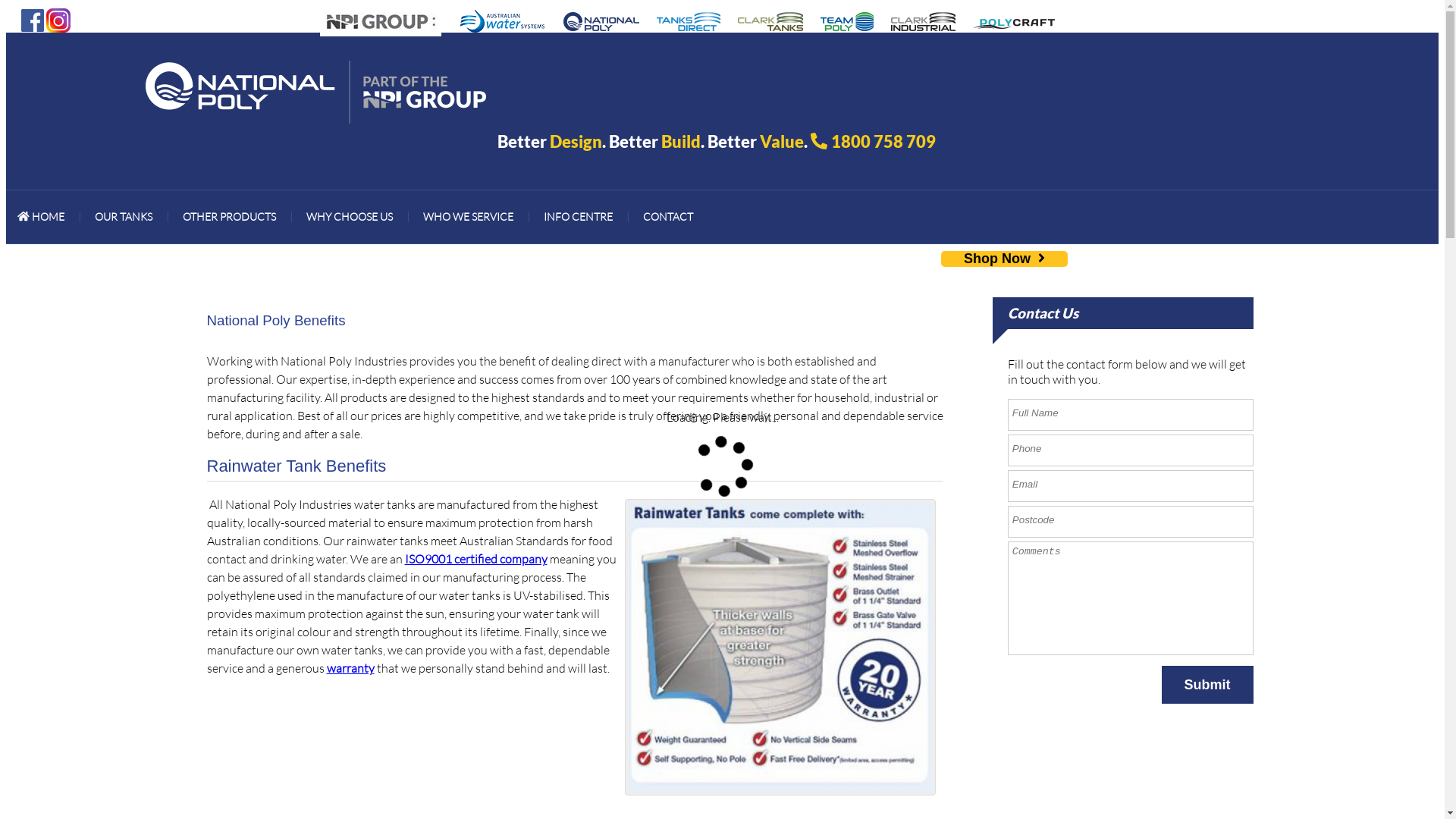 Image resolution: width=1456 pixels, height=819 pixels. I want to click on 'Facebook page', so click(33, 18).